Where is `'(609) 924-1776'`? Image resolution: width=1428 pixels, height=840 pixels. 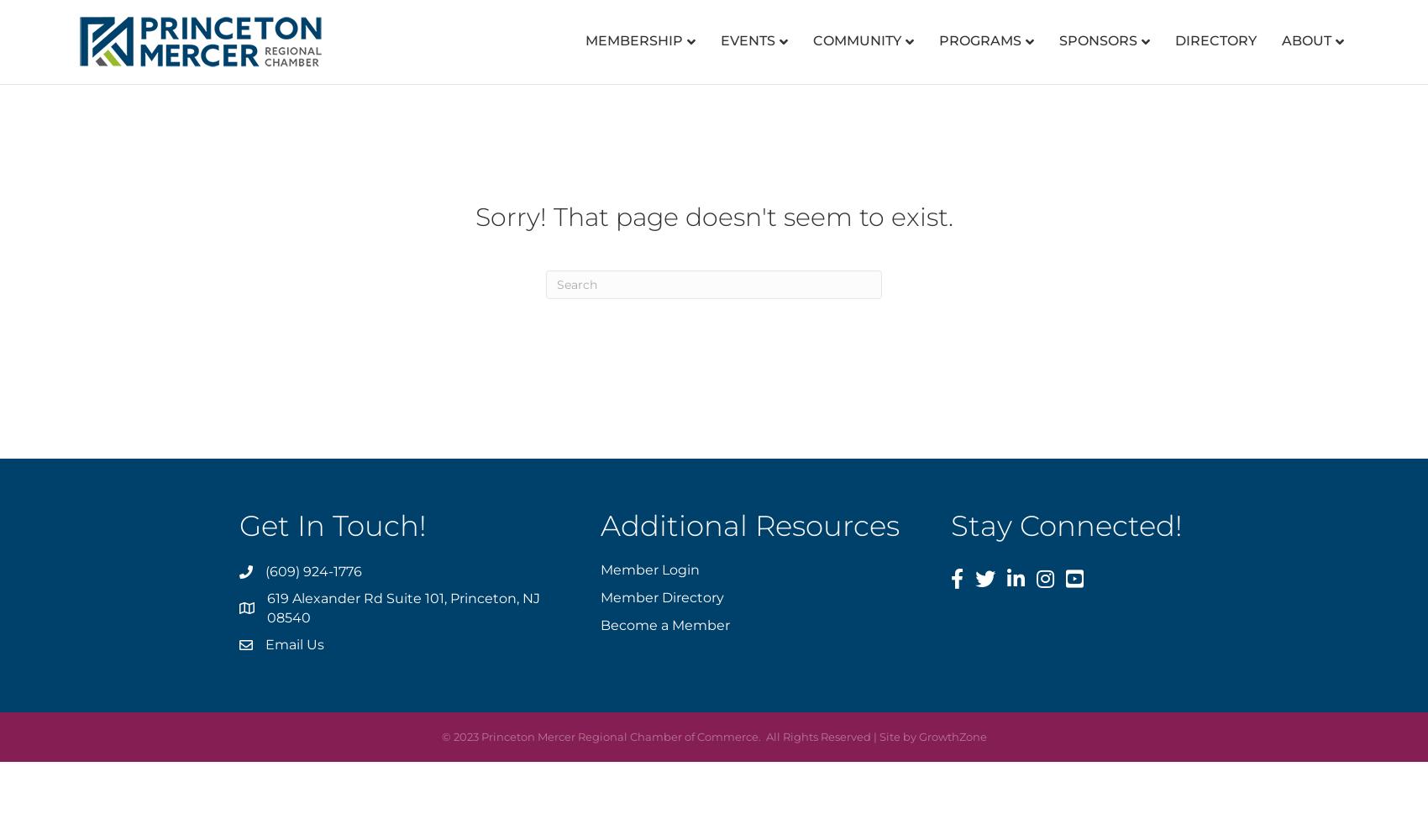 '(609) 924-1776' is located at coordinates (312, 571).